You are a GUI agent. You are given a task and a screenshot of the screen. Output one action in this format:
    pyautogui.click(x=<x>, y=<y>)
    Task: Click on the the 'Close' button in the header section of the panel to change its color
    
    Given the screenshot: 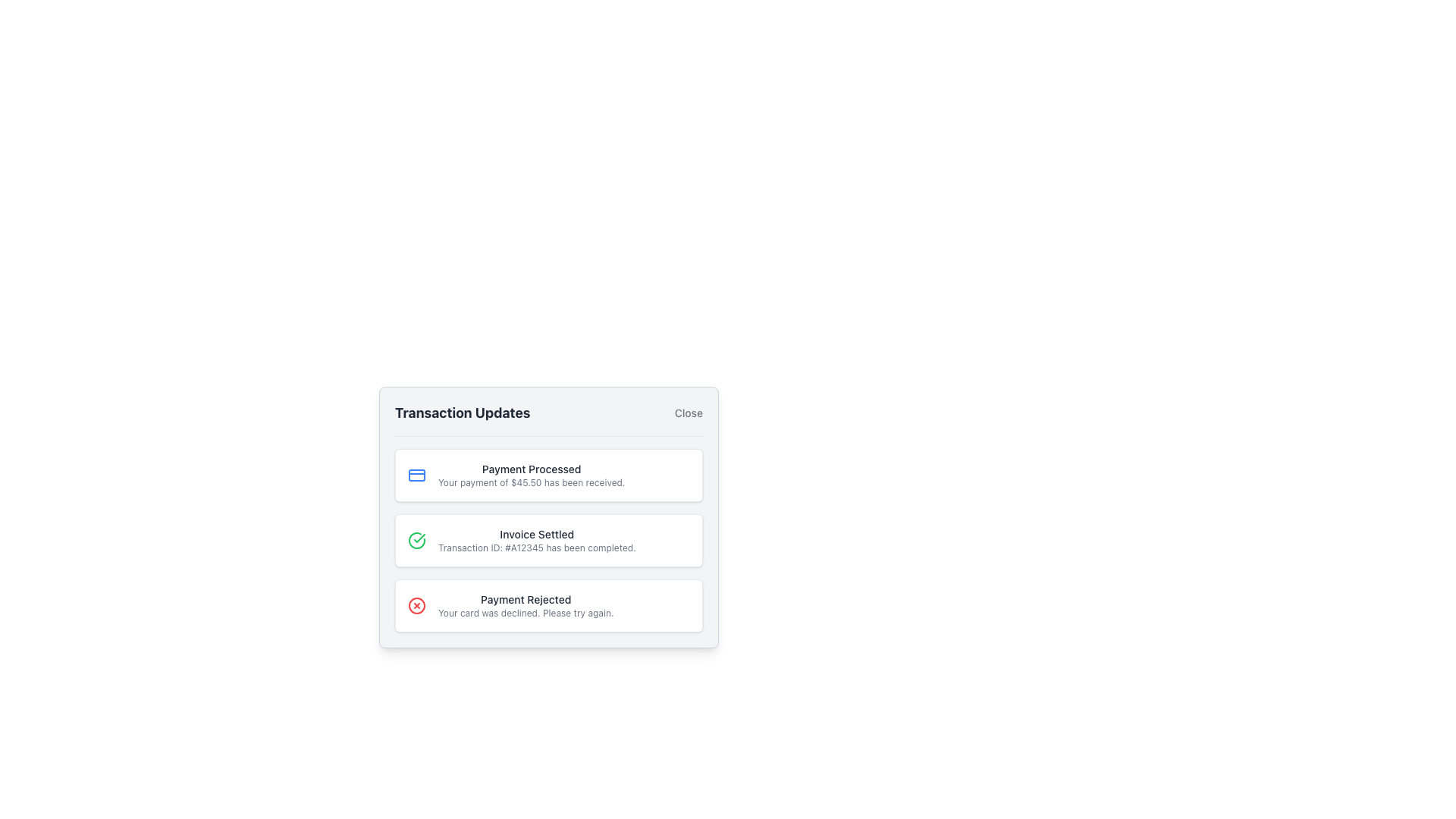 What is the action you would take?
    pyautogui.click(x=688, y=413)
    